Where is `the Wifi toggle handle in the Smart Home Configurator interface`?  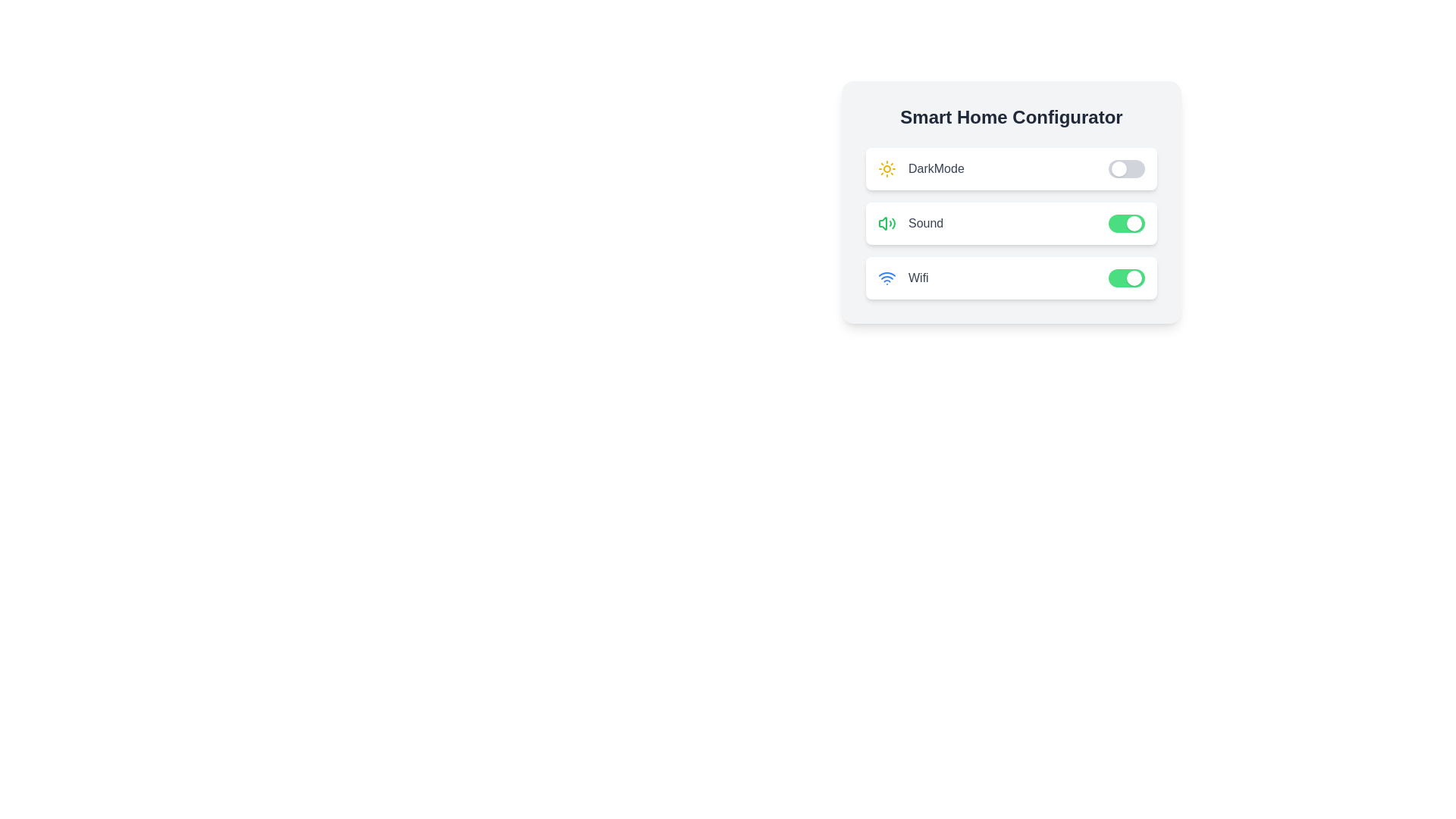 the Wifi toggle handle in the Smart Home Configurator interface is located at coordinates (1134, 278).